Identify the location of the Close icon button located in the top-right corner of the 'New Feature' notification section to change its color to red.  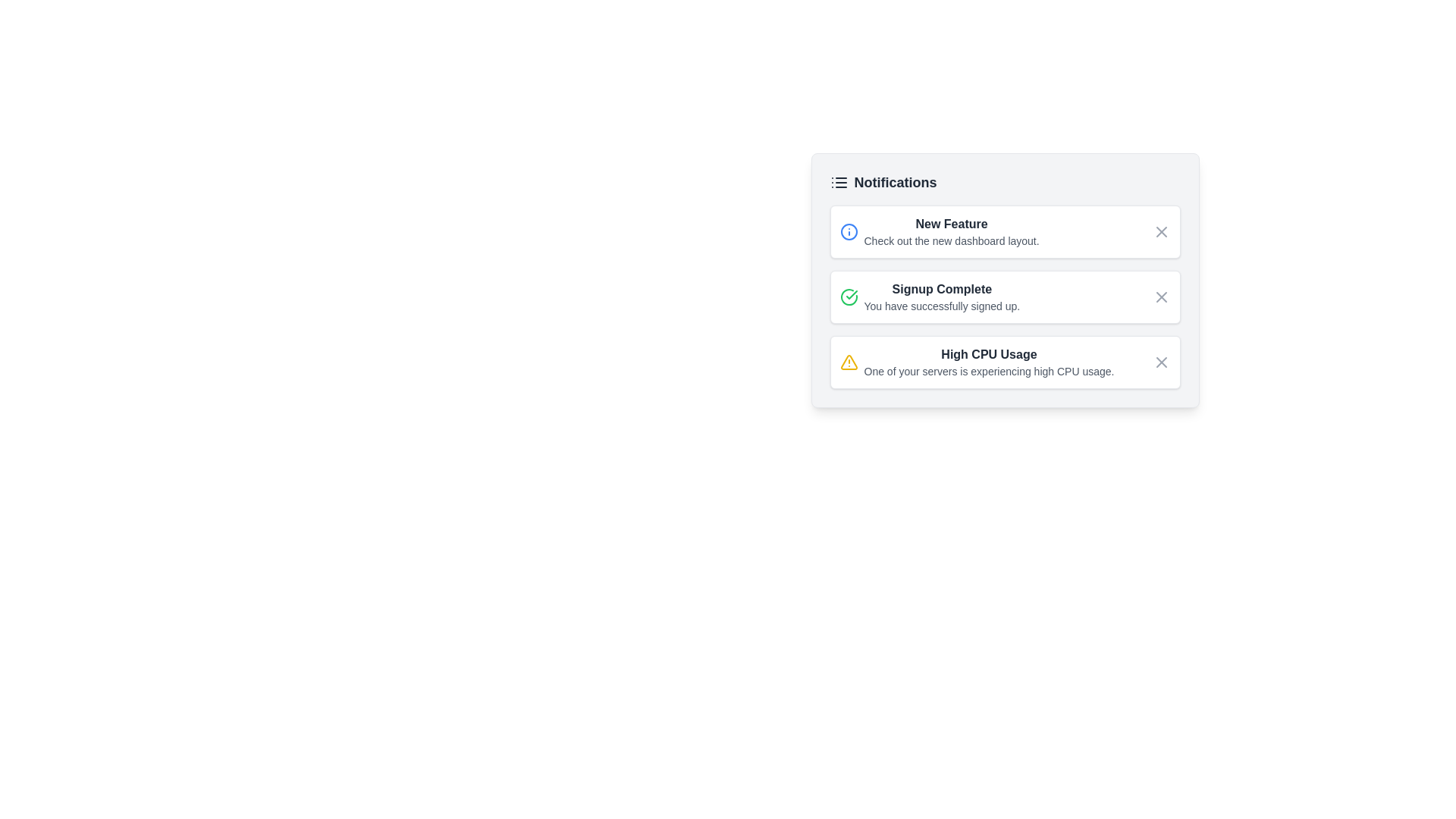
(1160, 231).